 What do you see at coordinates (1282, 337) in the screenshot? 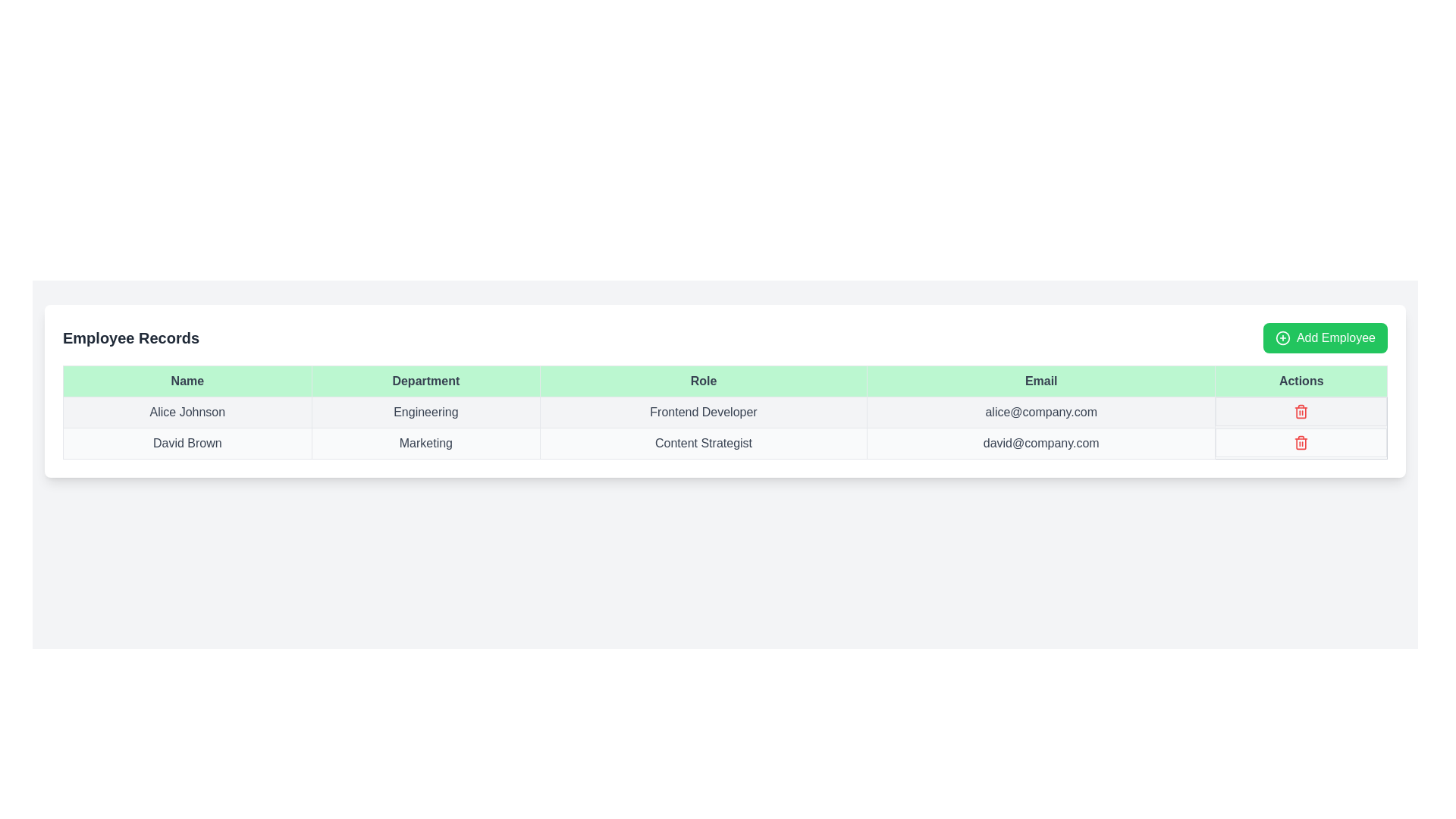
I see `the circular icon with a plus sign in its center, which is part of the 'Add Employee' button located on the top-right side of the employee table interface` at bounding box center [1282, 337].